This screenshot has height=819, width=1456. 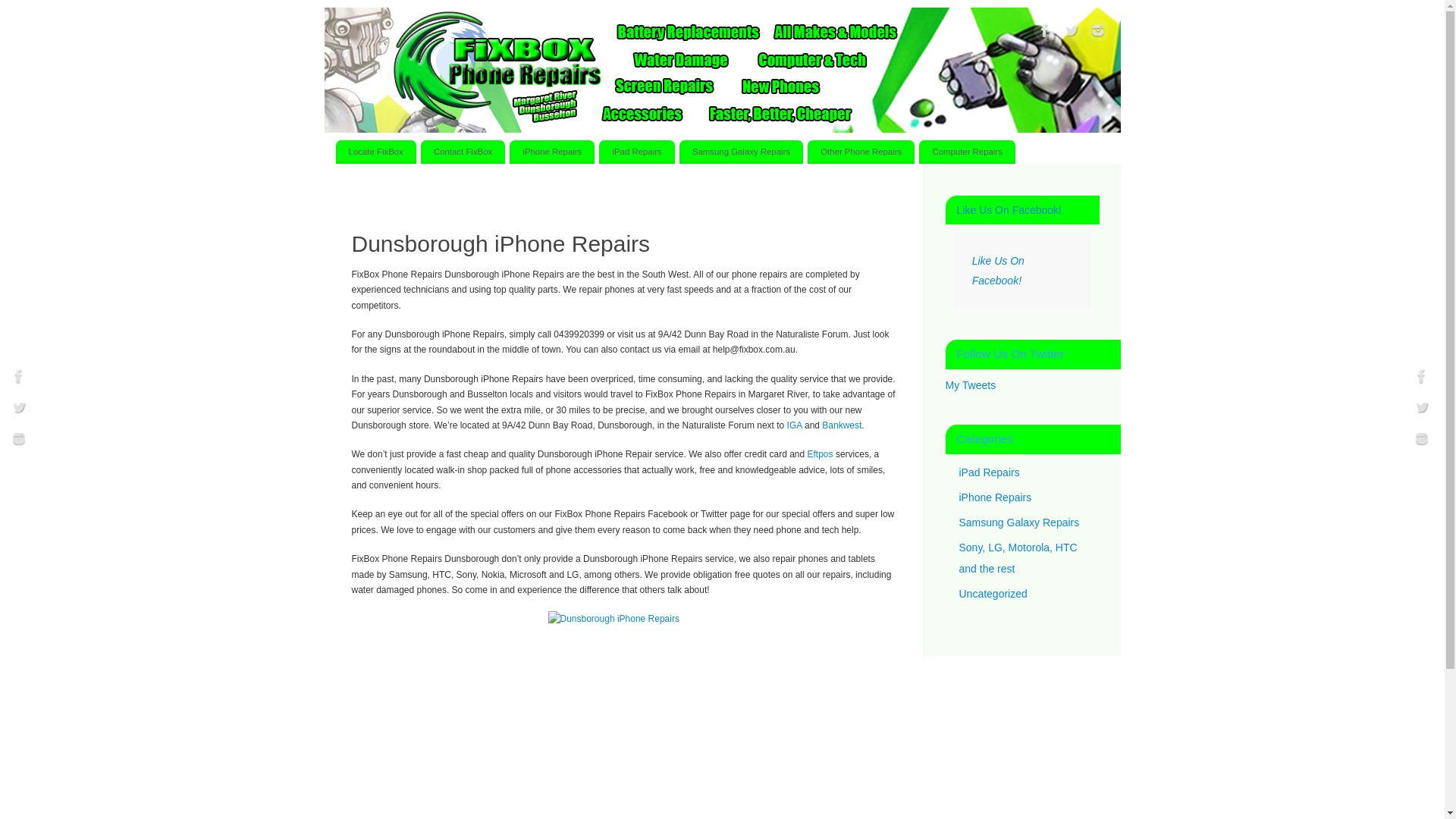 I want to click on 'Like Us On Facebook!', so click(x=1009, y=210).